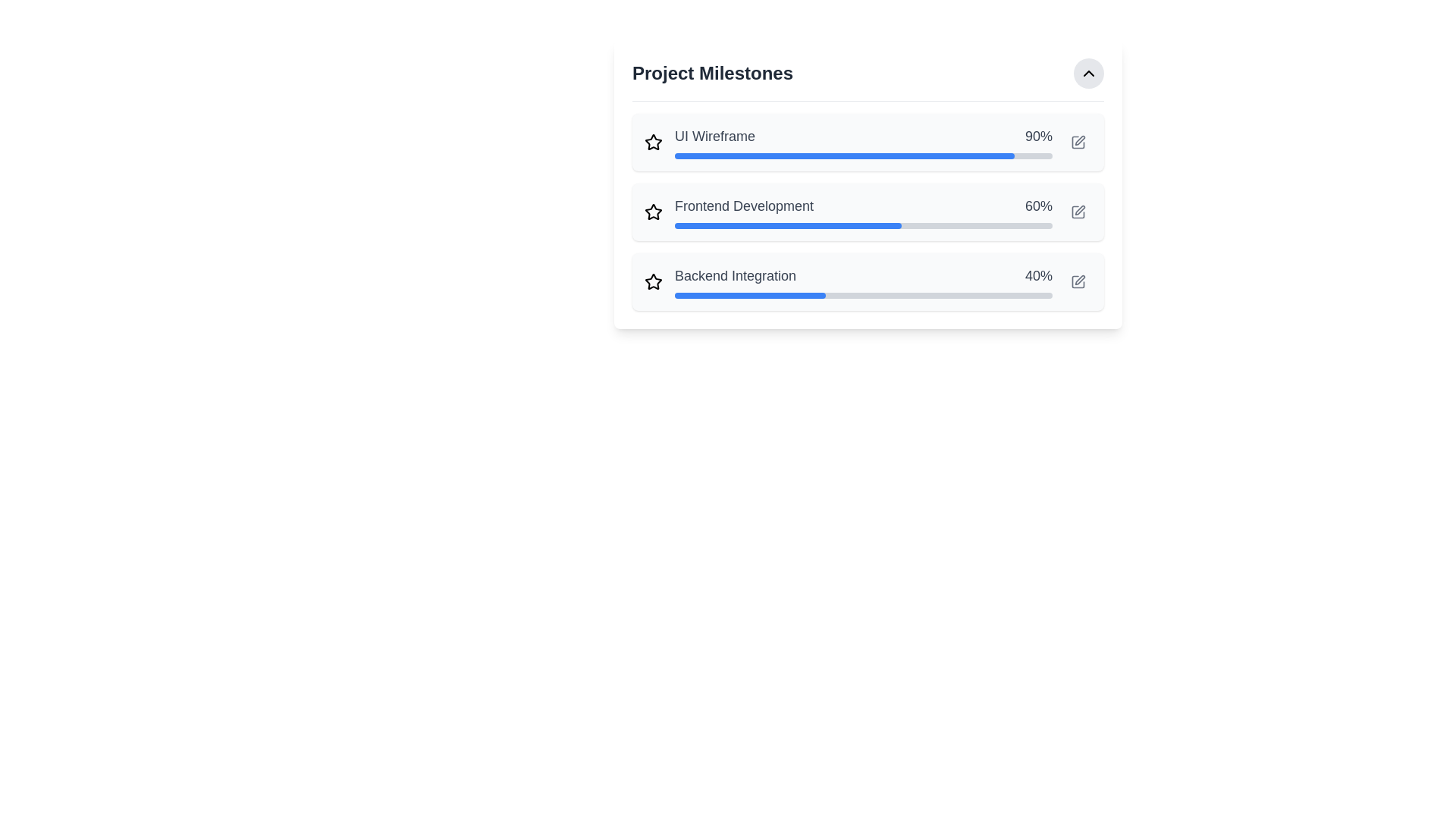 The height and width of the screenshot is (819, 1456). Describe the element at coordinates (714, 136) in the screenshot. I see `the static text label displaying 'UI Wireframe', which is part of a row showing progress information and is styled in gray color` at that location.